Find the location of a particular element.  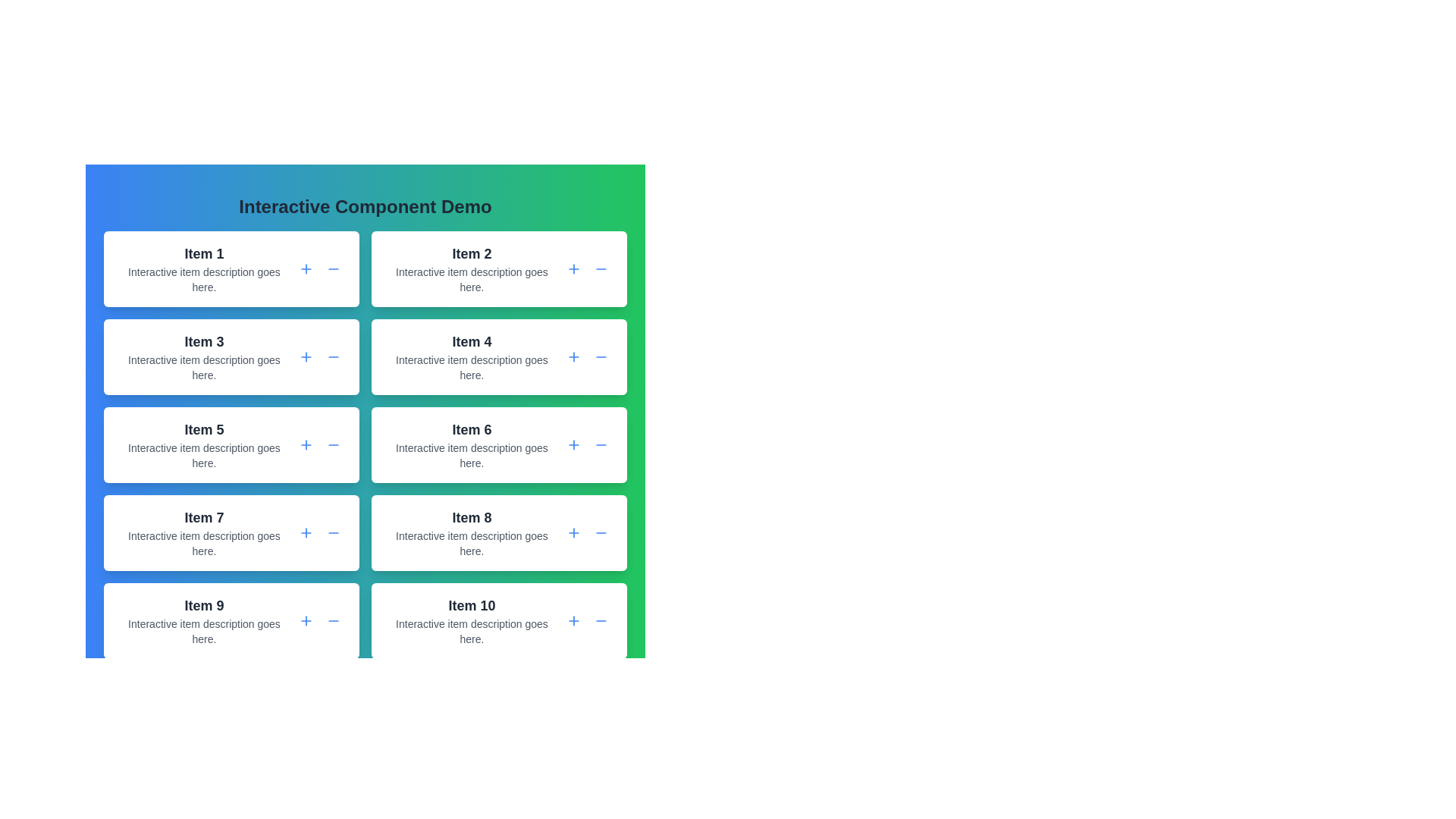

the static text display element labeled 'Item 7' that contains the description 'Interactive item description goes here.' is located at coordinates (203, 532).